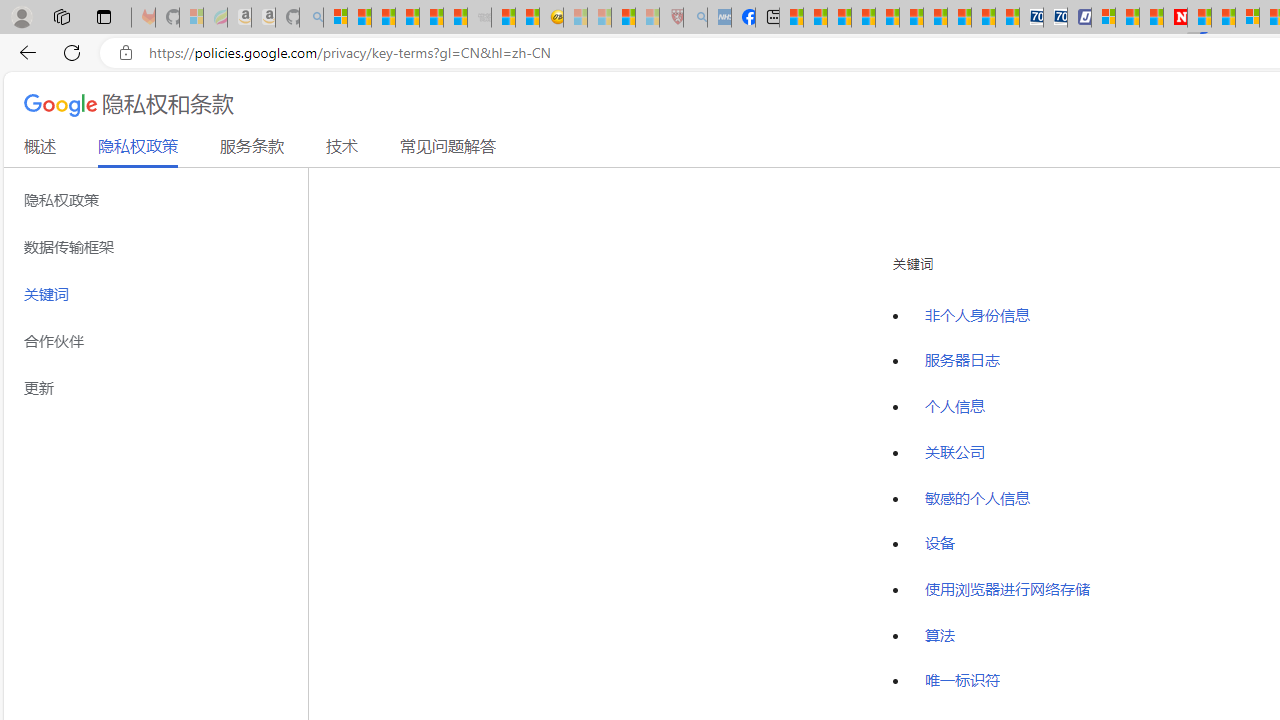 The image size is (1280, 720). I want to click on 'Climate Damage Becomes Too Severe To Reverse', so click(864, 17).